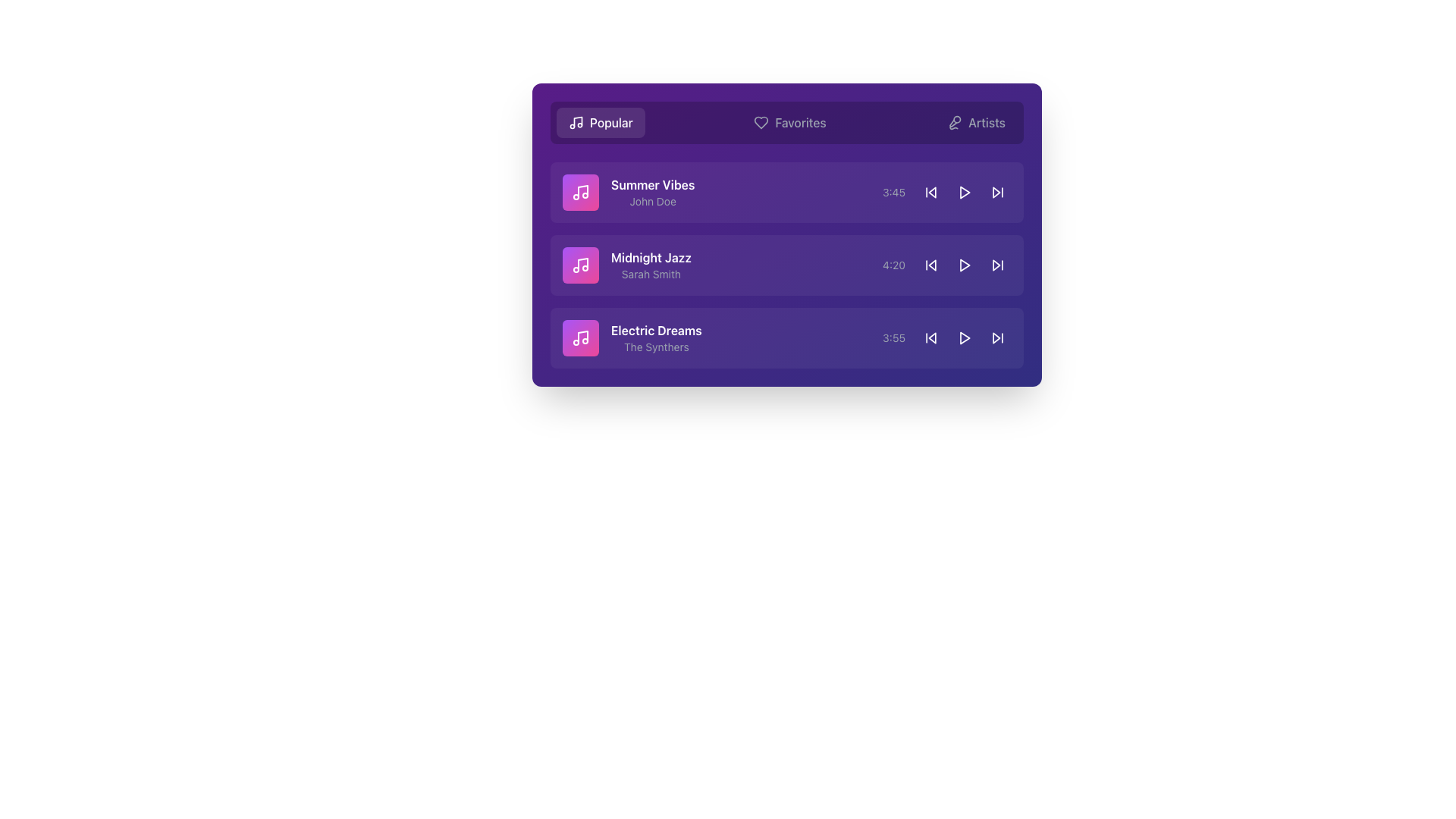 This screenshot has height=819, width=1456. I want to click on the Interactive Button used to rewind or move to the previous track in the music control row for the second track, so click(930, 265).